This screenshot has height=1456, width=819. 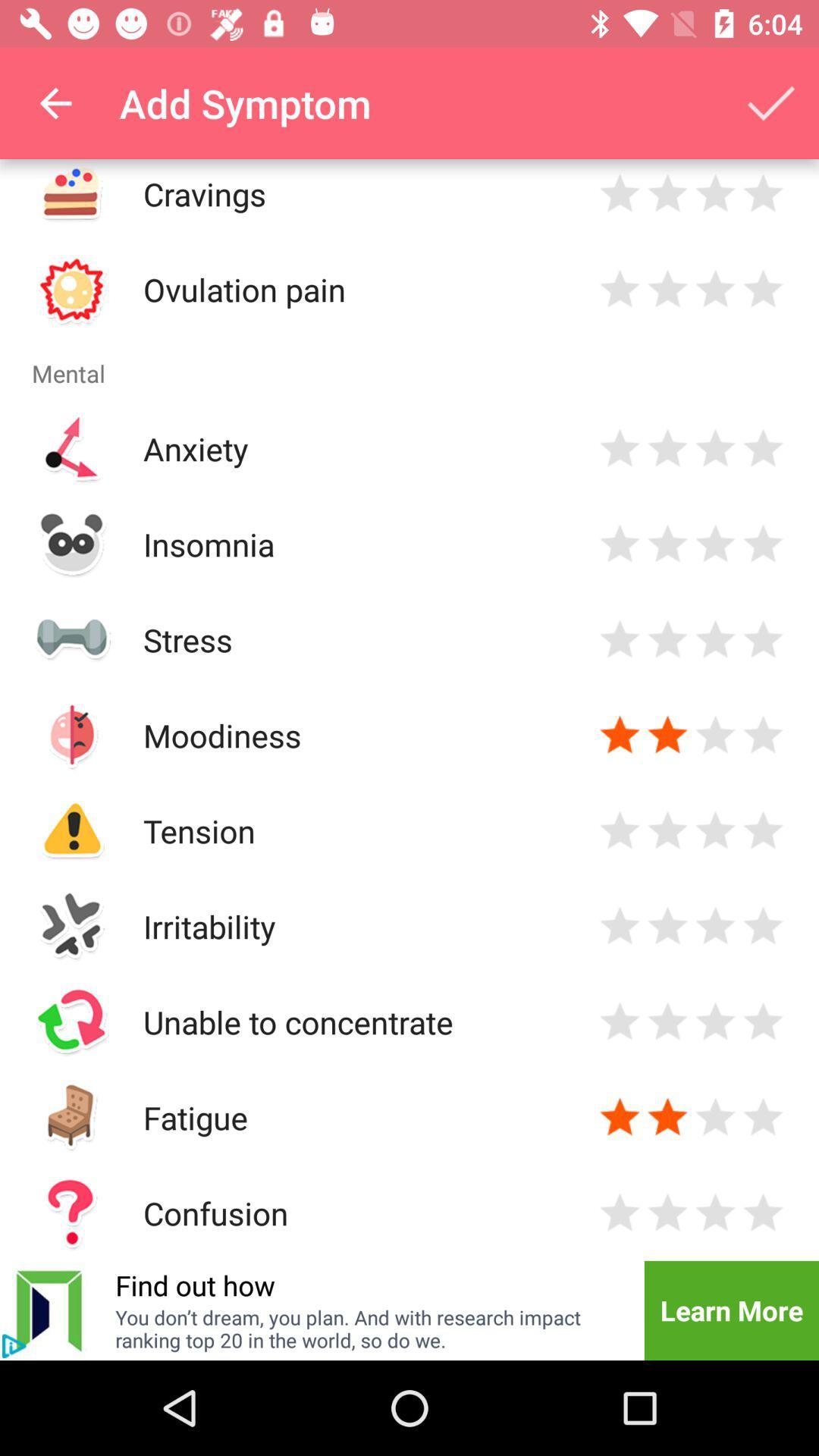 I want to click on two star rating, so click(x=667, y=544).